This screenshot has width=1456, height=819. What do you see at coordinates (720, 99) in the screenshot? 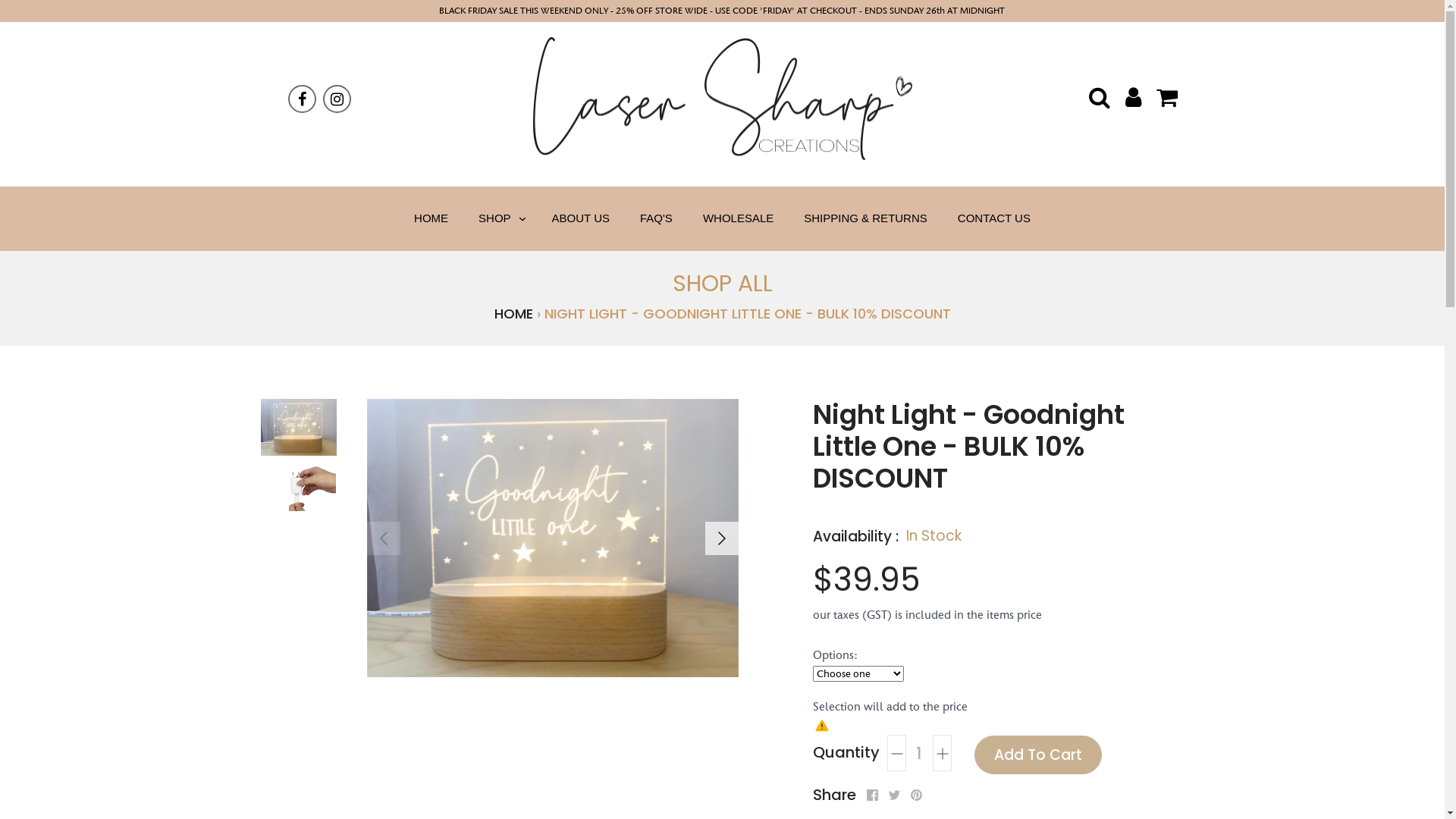
I see `'Laser Sharp Creations'` at bounding box center [720, 99].